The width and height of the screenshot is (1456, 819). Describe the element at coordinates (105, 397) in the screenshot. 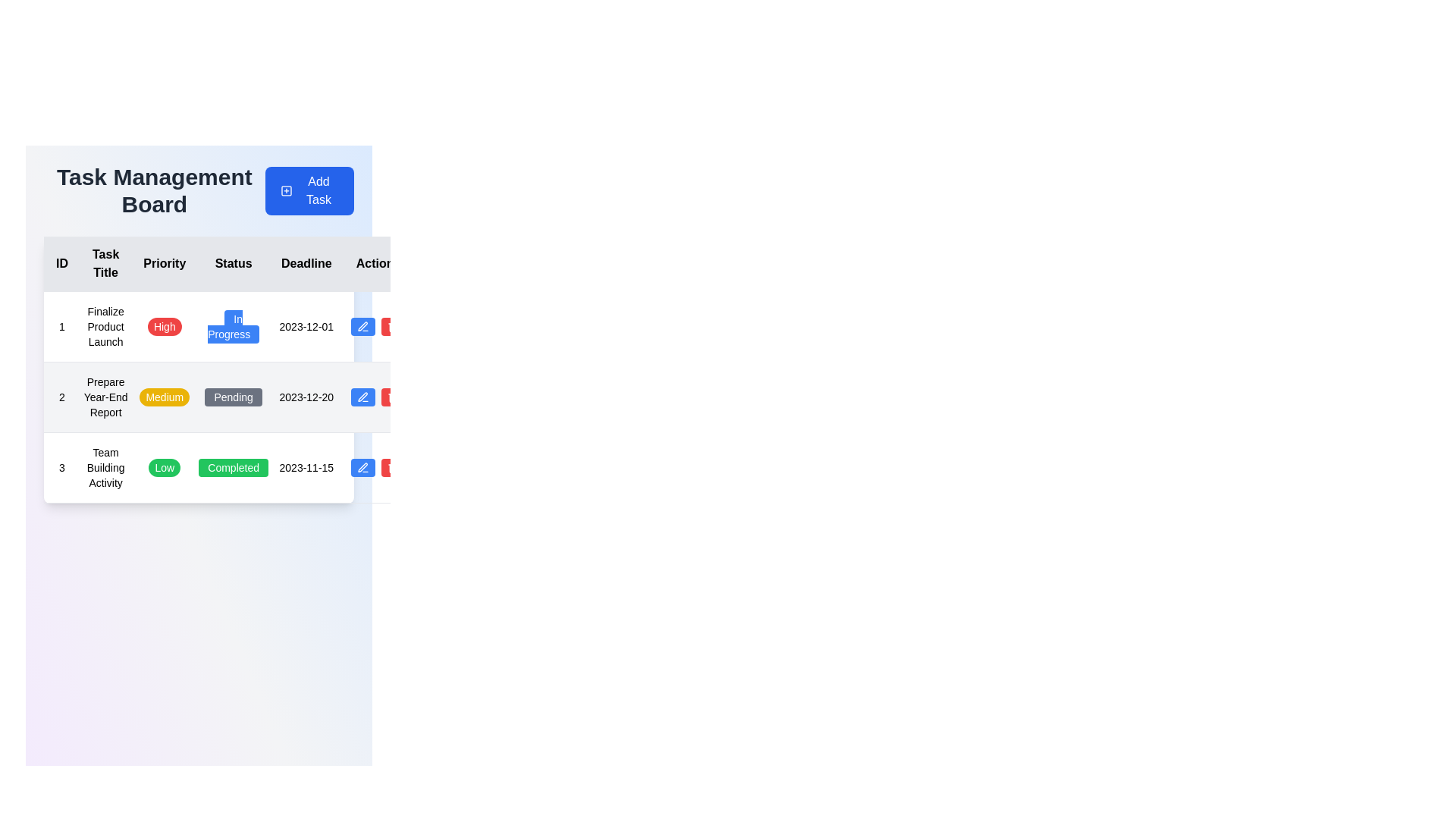

I see `text from the text label displaying 'Prepare Year-End Report', which is located in the second row of the 'Task Title' column in the task management table` at that location.